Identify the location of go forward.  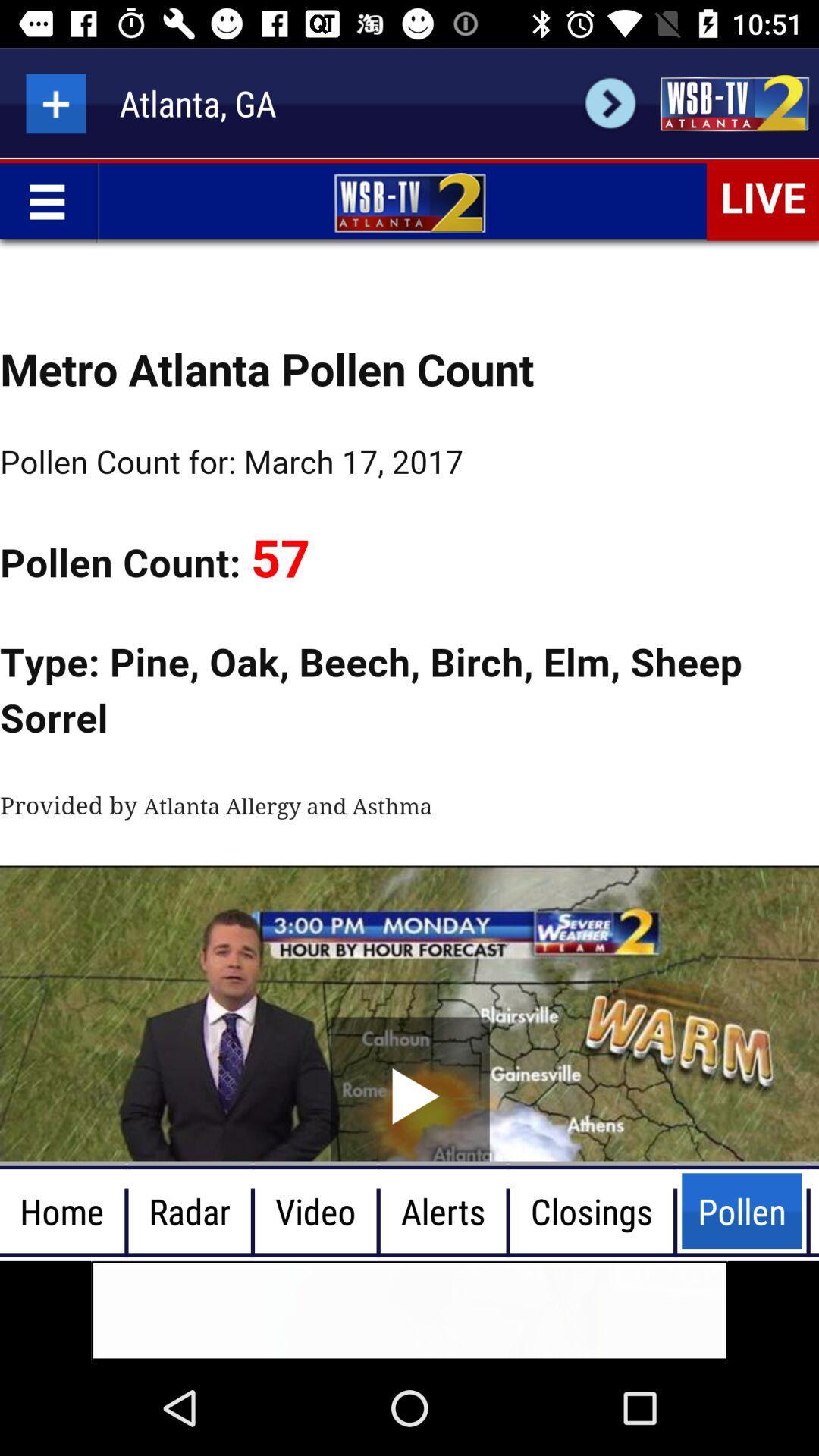
(610, 102).